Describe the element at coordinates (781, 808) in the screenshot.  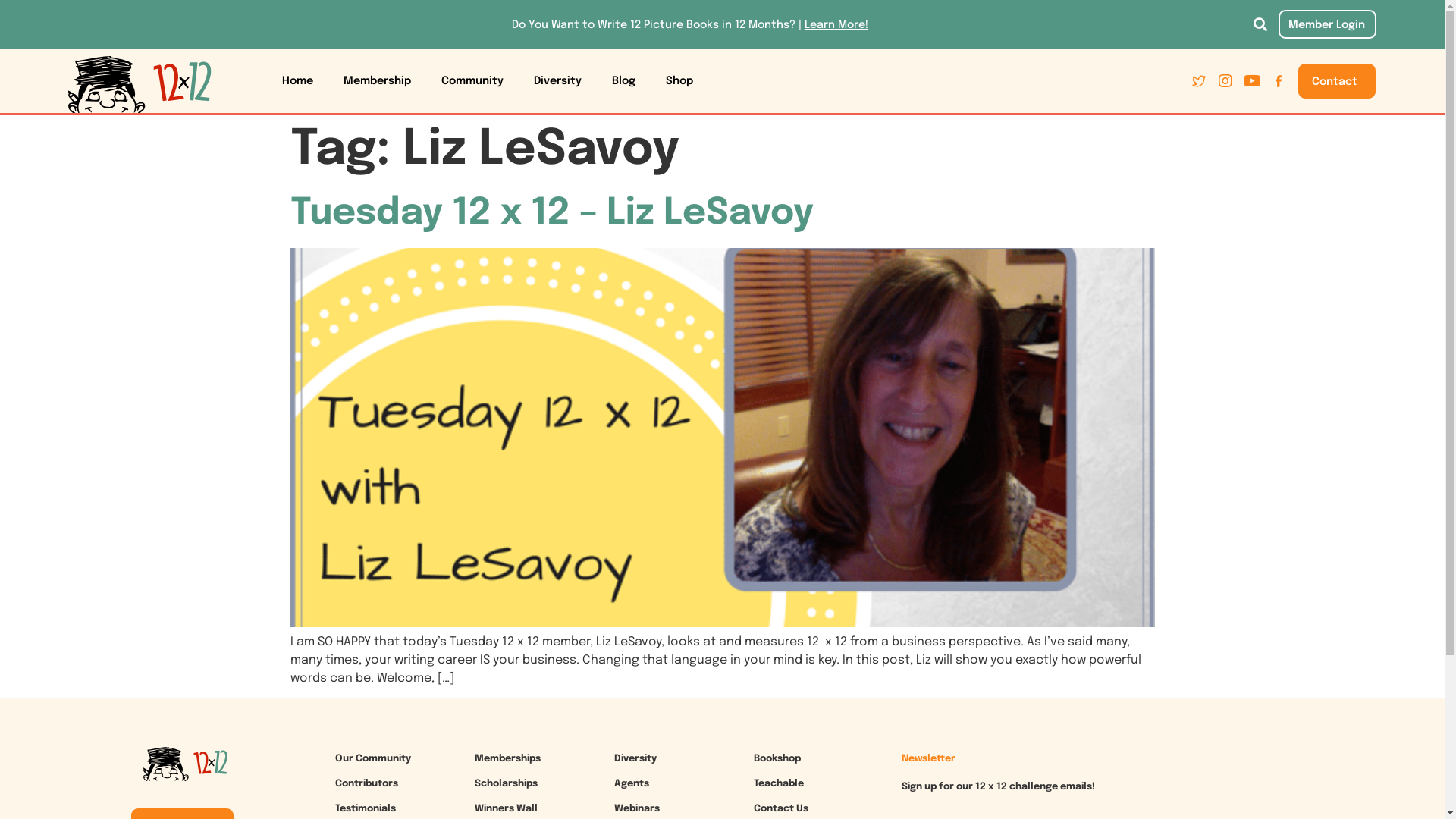
I see `'Contact Us'` at that location.